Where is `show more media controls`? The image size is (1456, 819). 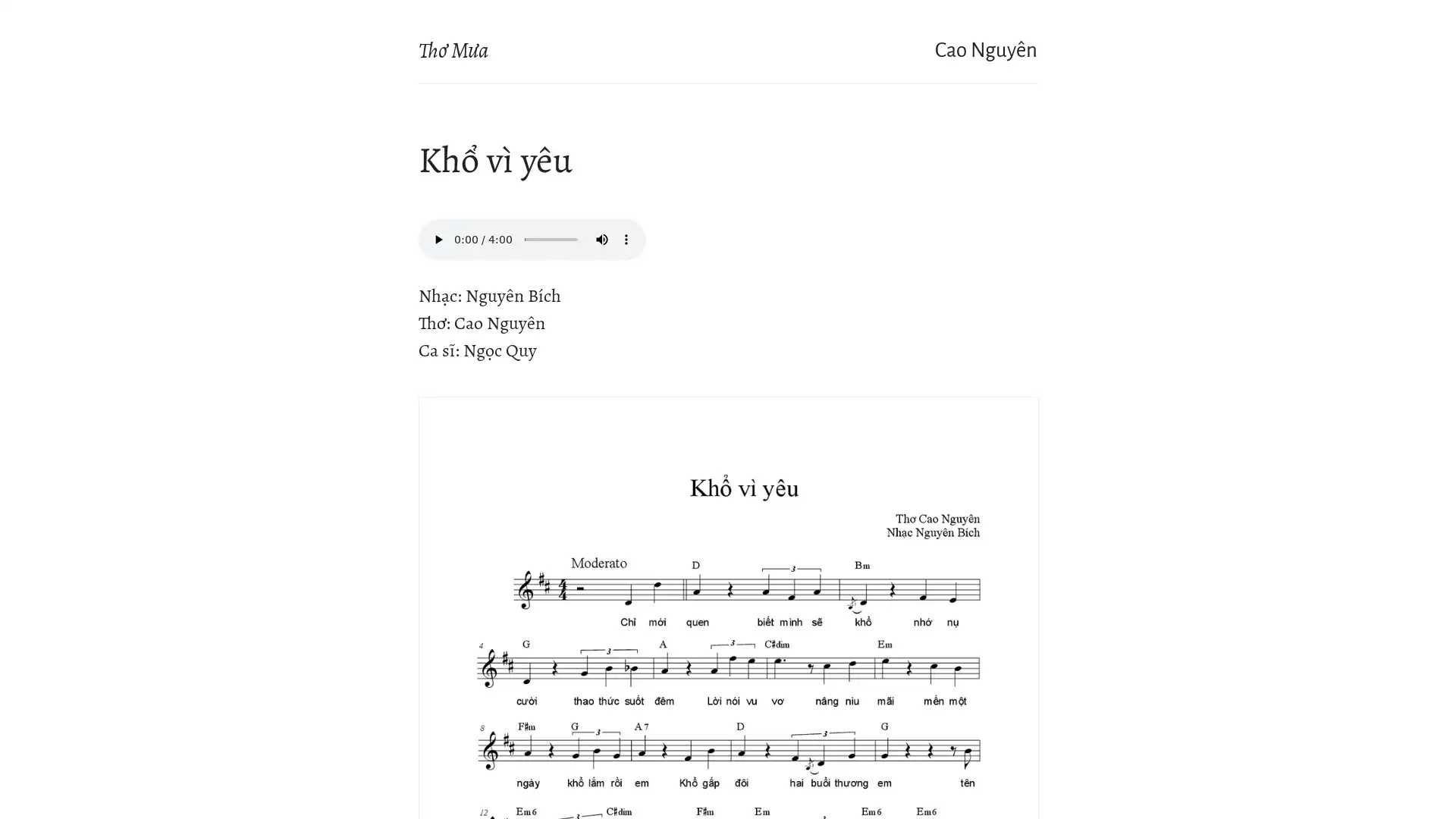
show more media controls is located at coordinates (626, 239).